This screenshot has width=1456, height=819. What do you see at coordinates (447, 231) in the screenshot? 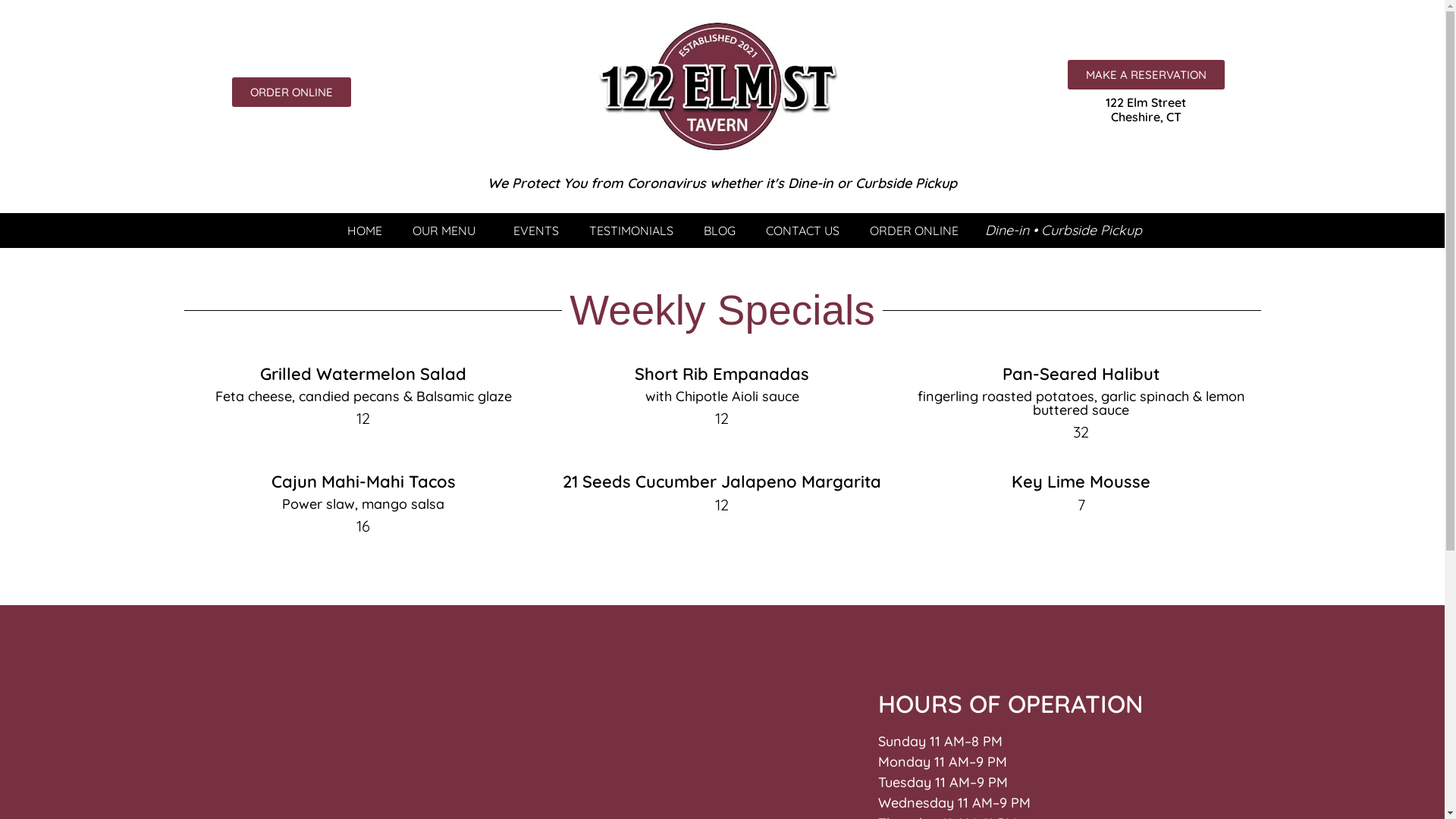
I see `'OUR MENU'` at bounding box center [447, 231].